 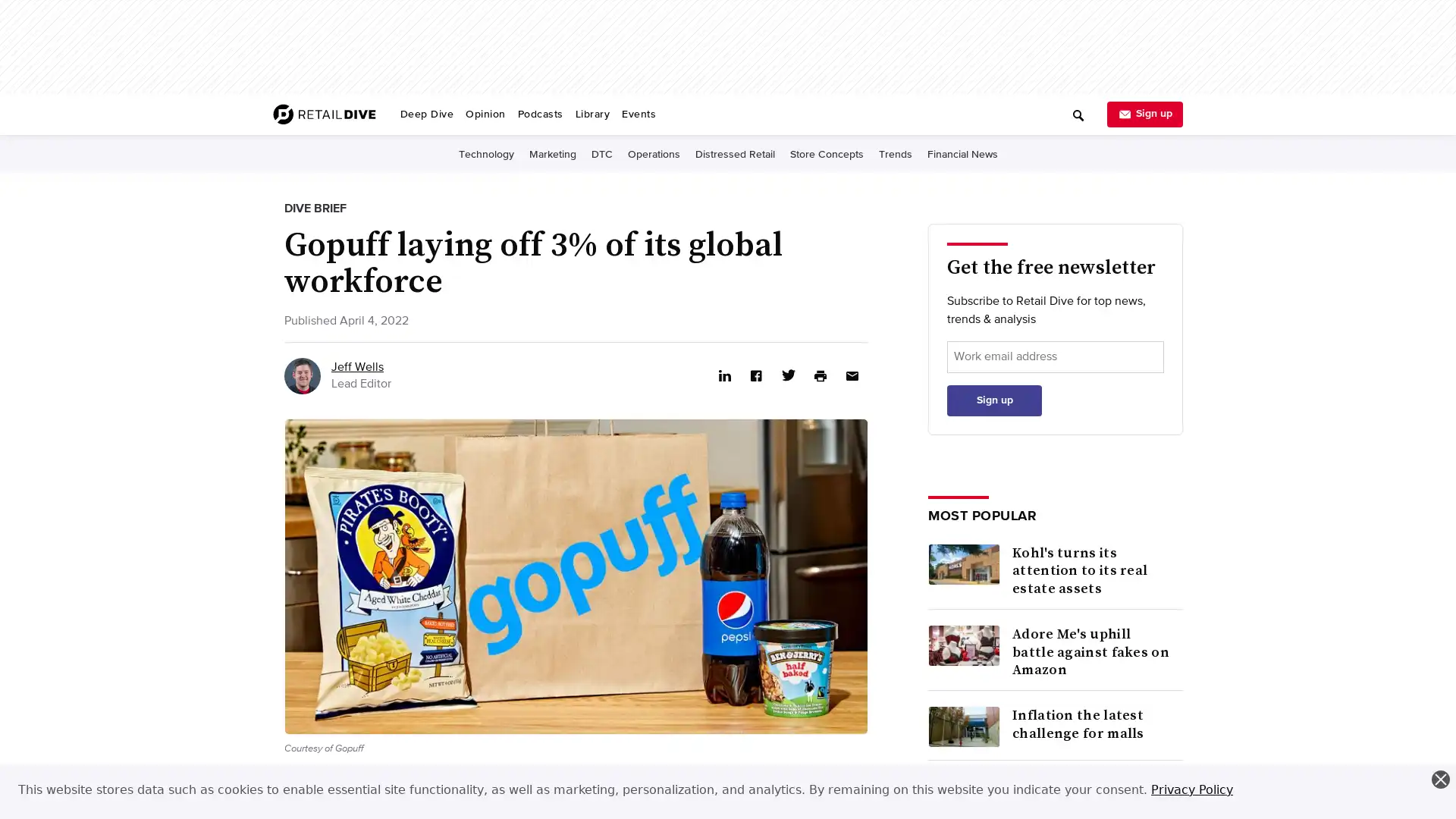 I want to click on Sign up, so click(x=1145, y=113).